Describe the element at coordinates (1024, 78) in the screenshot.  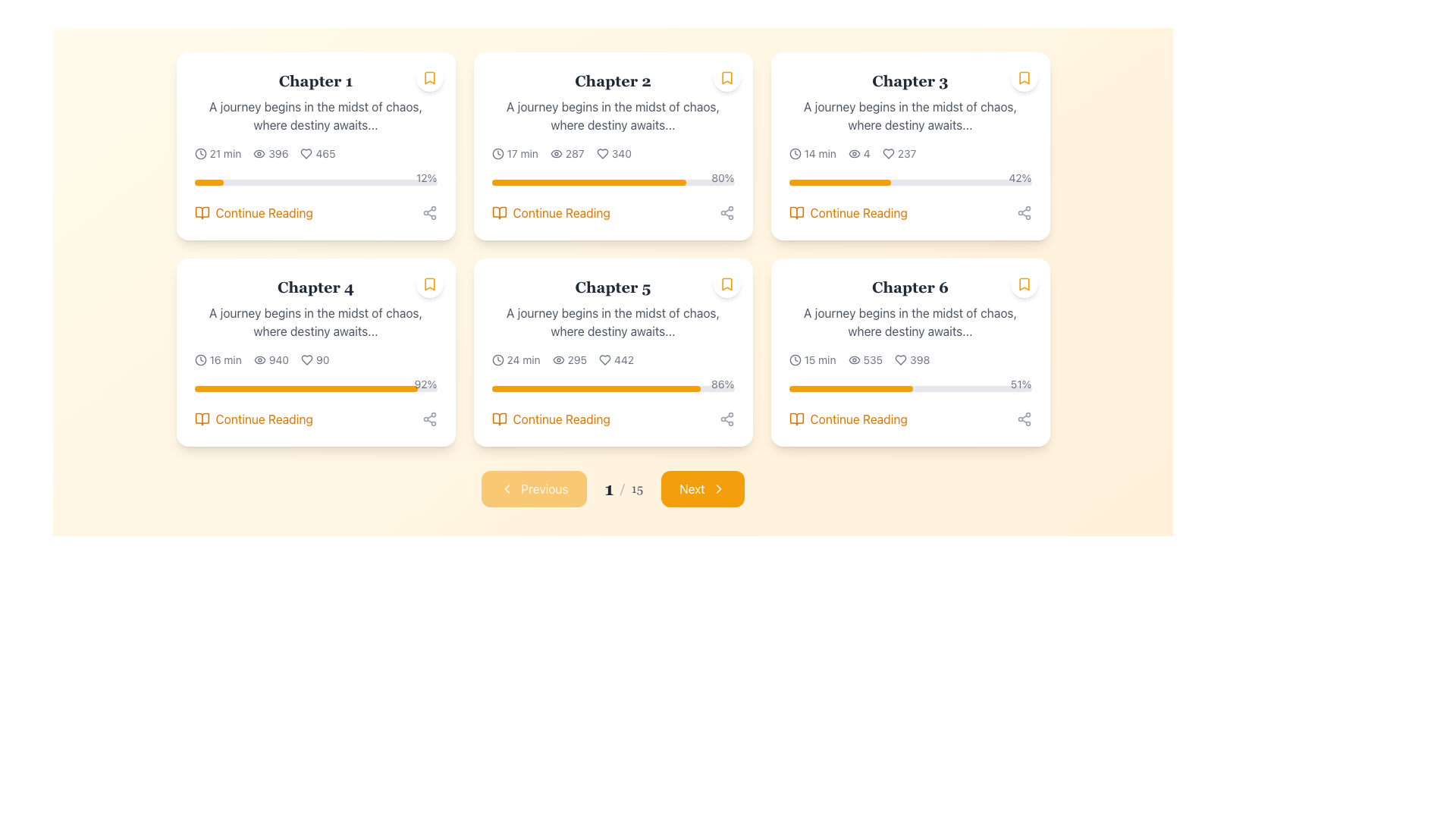
I see `the bookmark icon located in the top-right corner of the 'Chapter 3' card` at that location.